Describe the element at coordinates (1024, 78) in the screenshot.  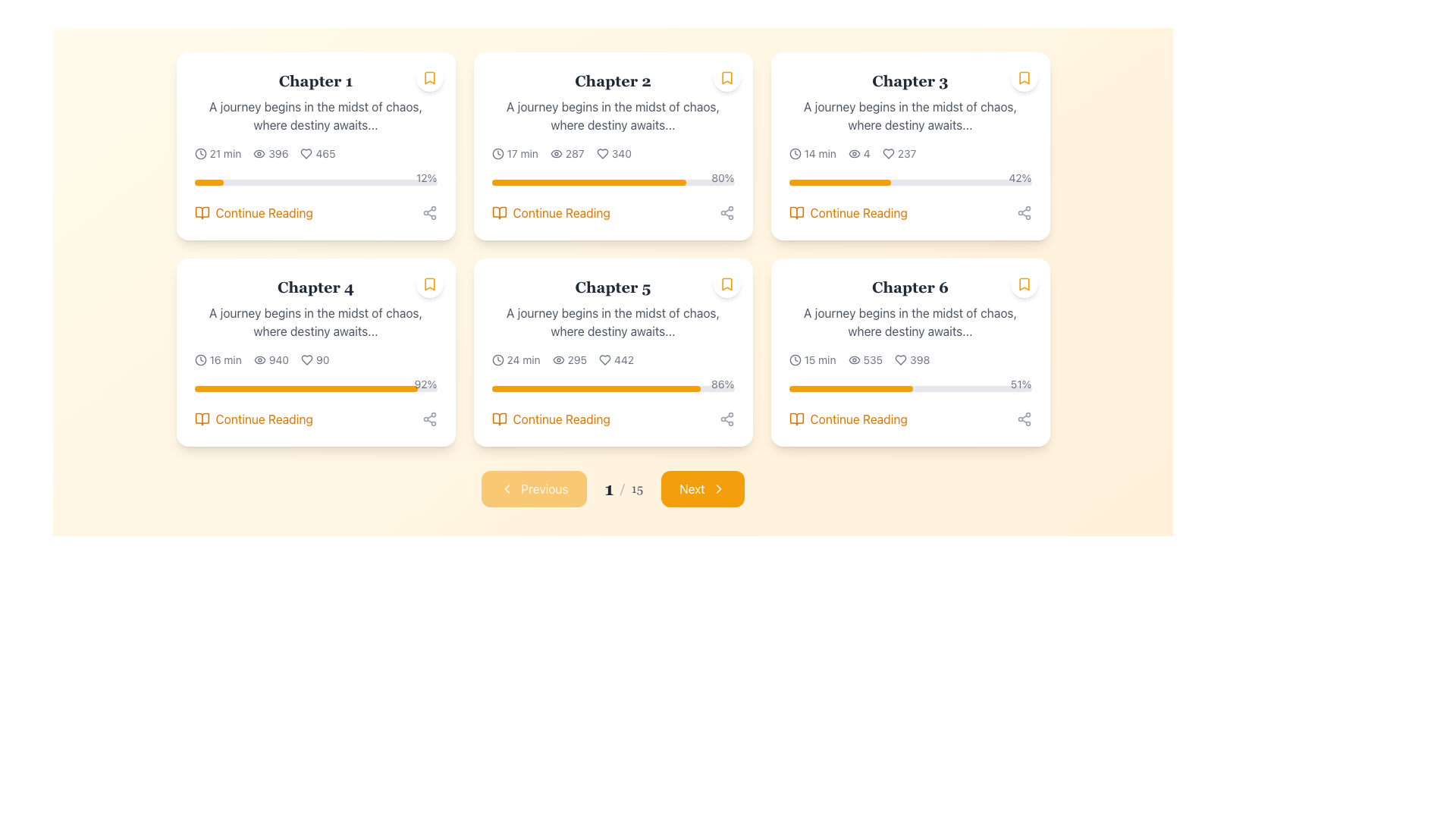
I see `the bookmark icon located in the top-right corner of the 'Chapter 3' card` at that location.